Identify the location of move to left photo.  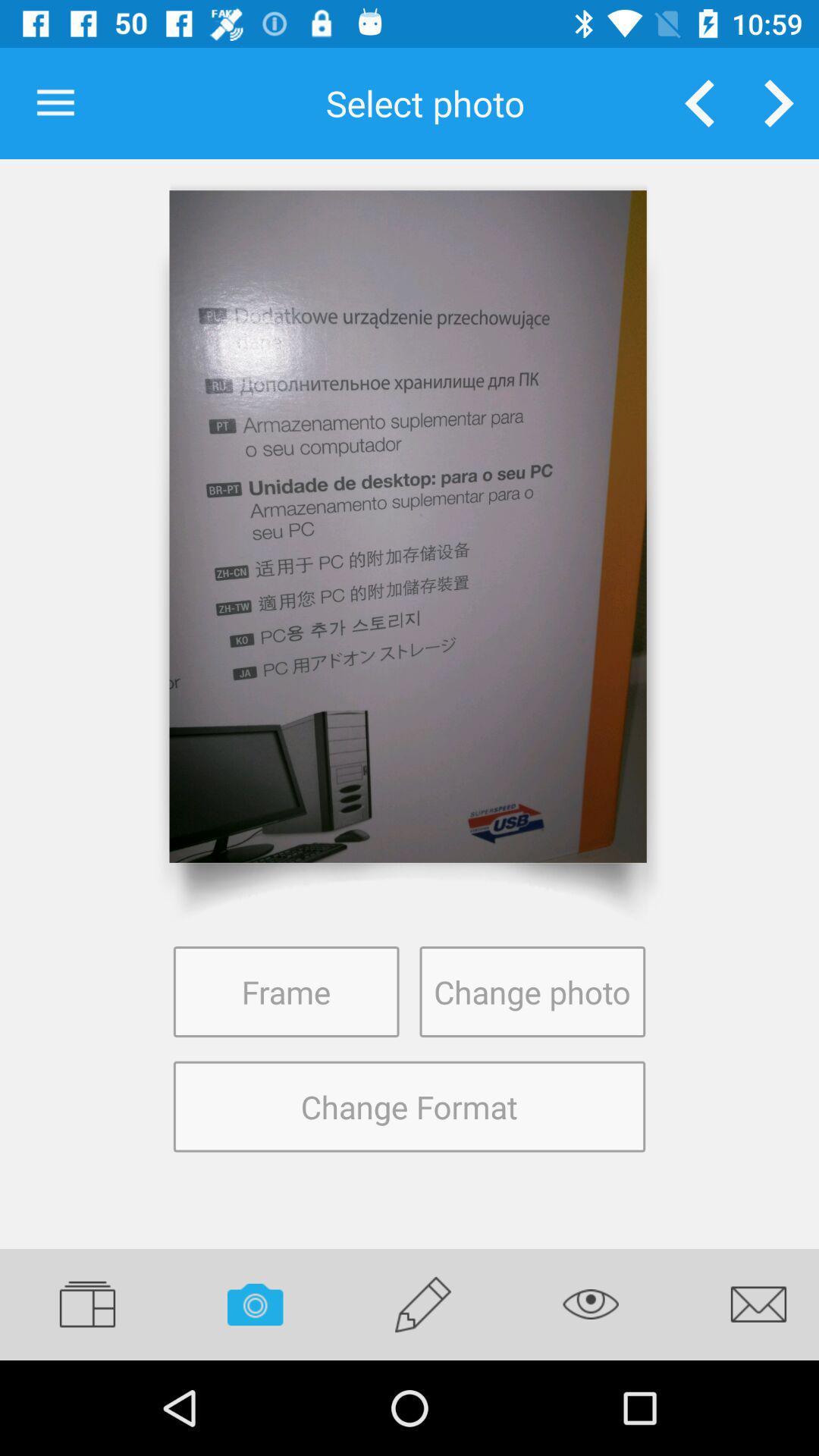
(699, 102).